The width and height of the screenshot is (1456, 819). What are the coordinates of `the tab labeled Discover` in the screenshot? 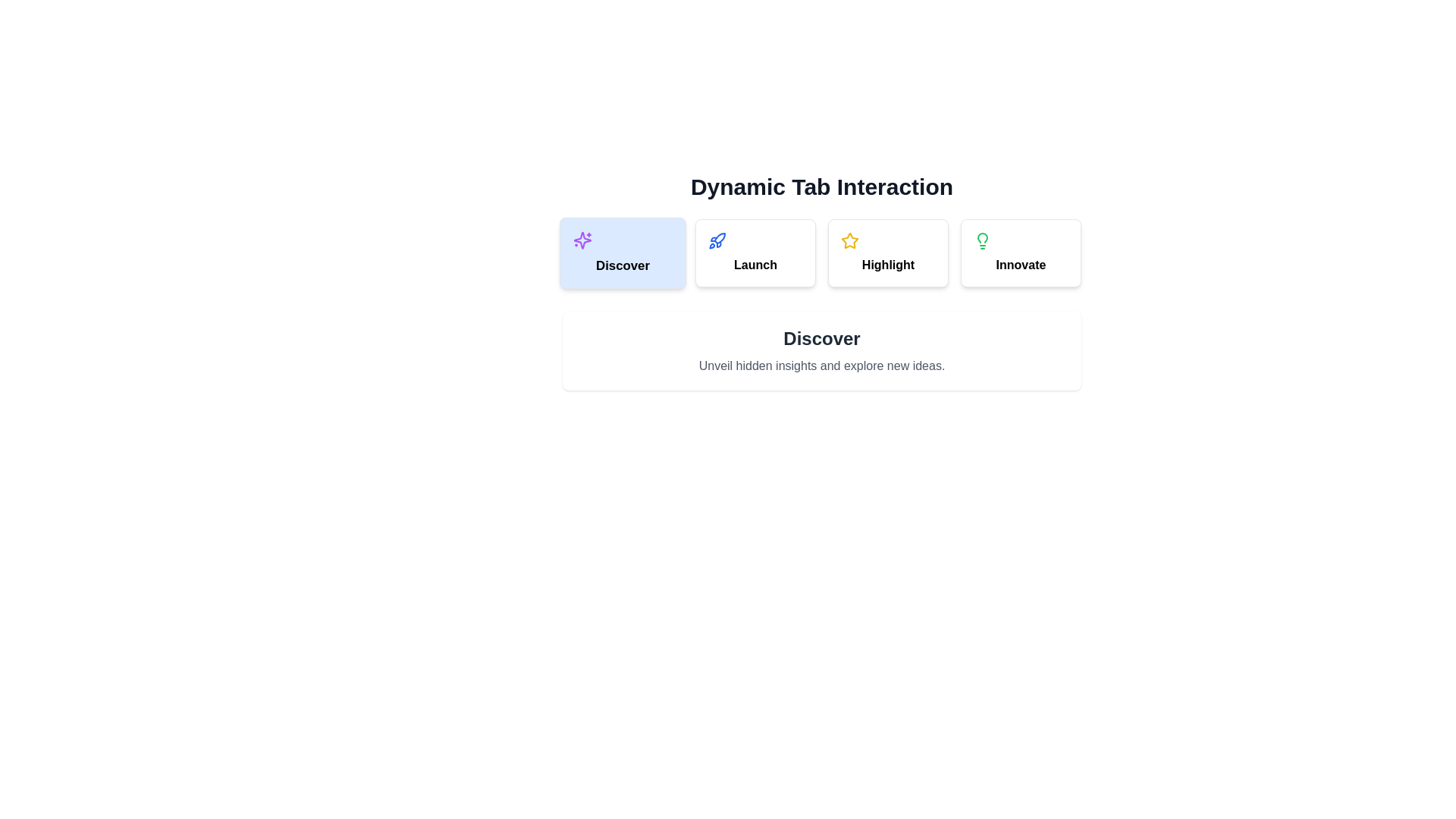 It's located at (623, 253).